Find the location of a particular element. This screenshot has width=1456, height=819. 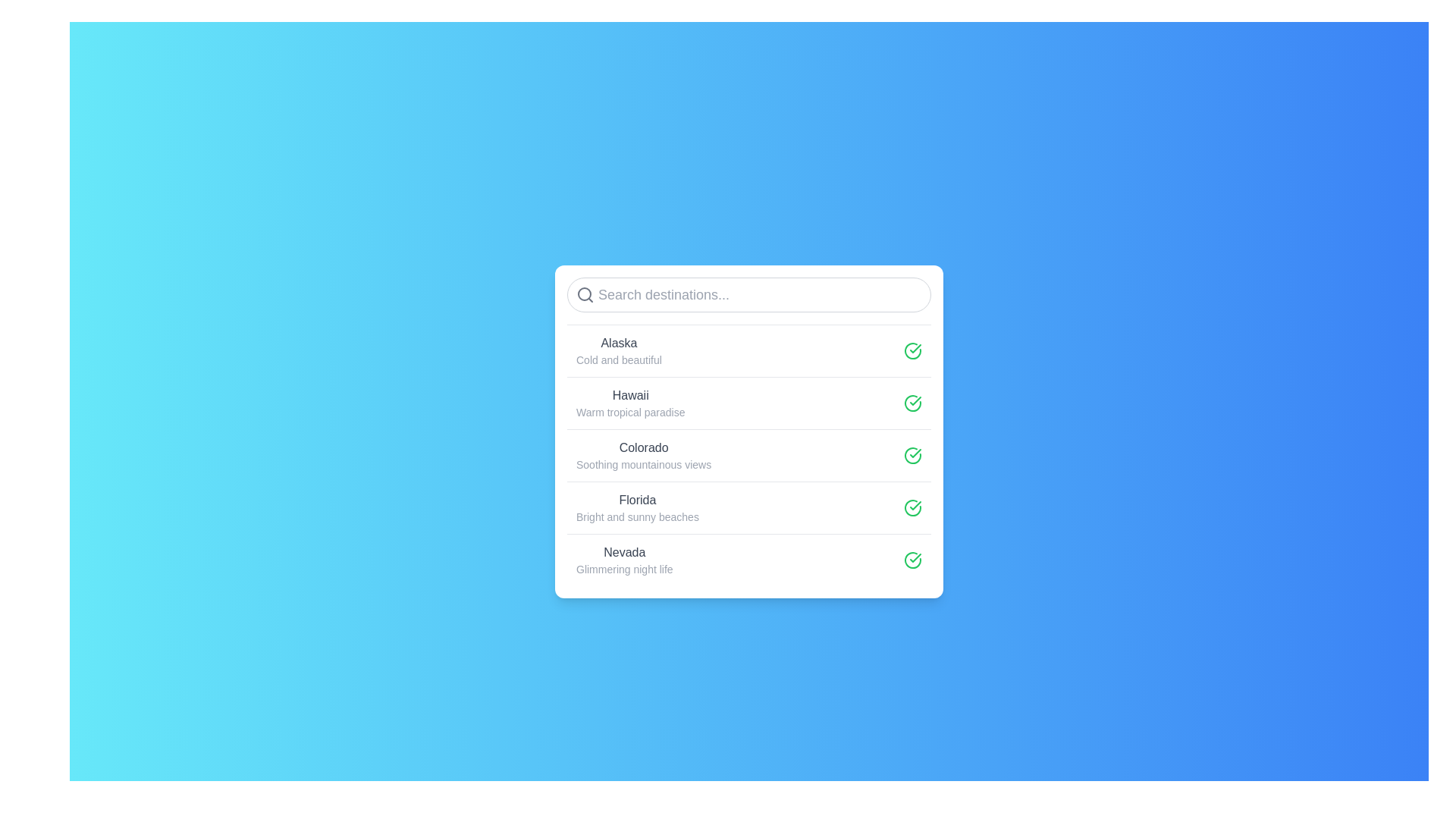

the text label displaying 'Colorado' to provide interaction feedback is located at coordinates (644, 447).